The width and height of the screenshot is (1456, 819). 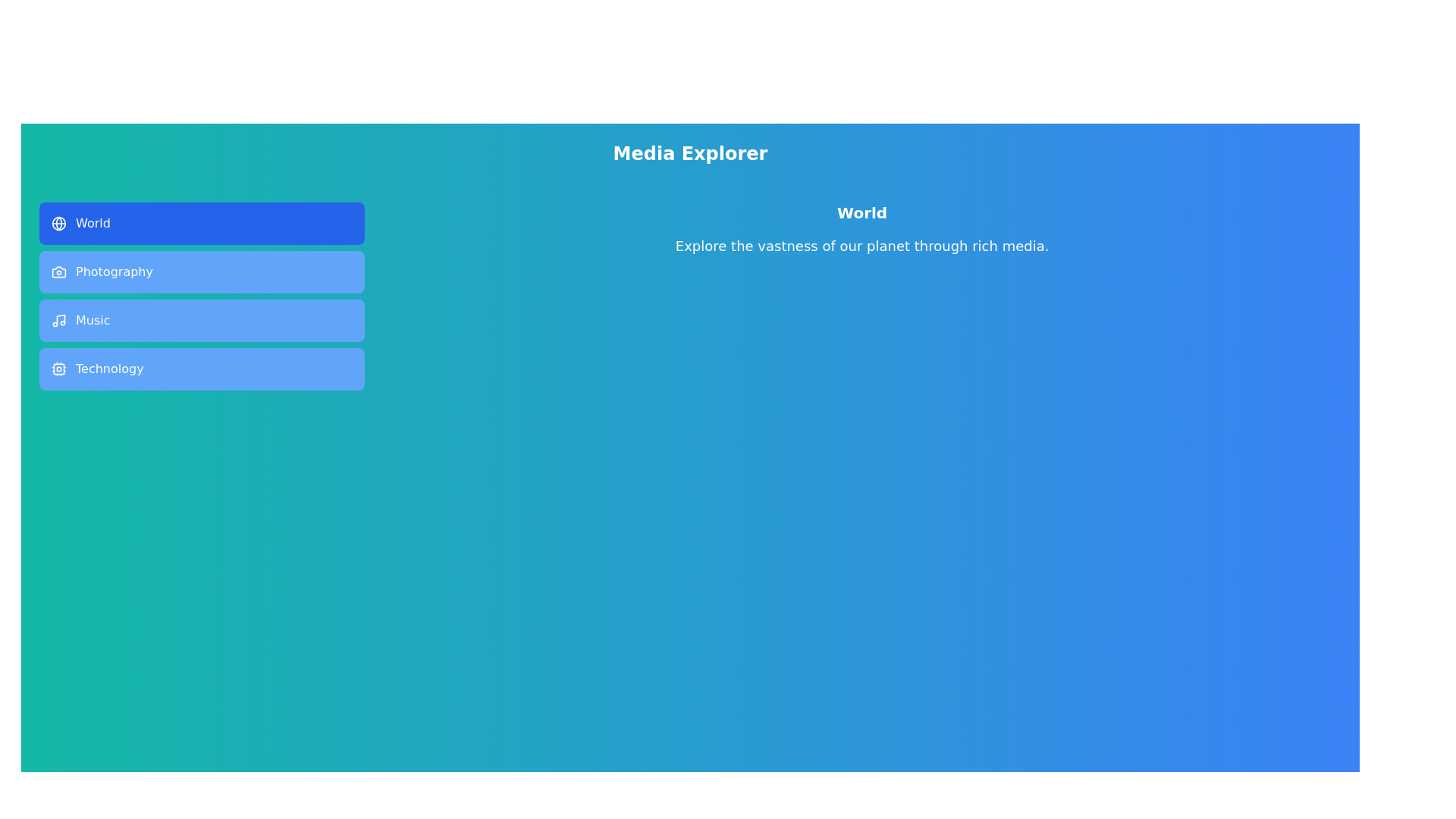 I want to click on the icon of the Technology tab to examine it, so click(x=58, y=369).